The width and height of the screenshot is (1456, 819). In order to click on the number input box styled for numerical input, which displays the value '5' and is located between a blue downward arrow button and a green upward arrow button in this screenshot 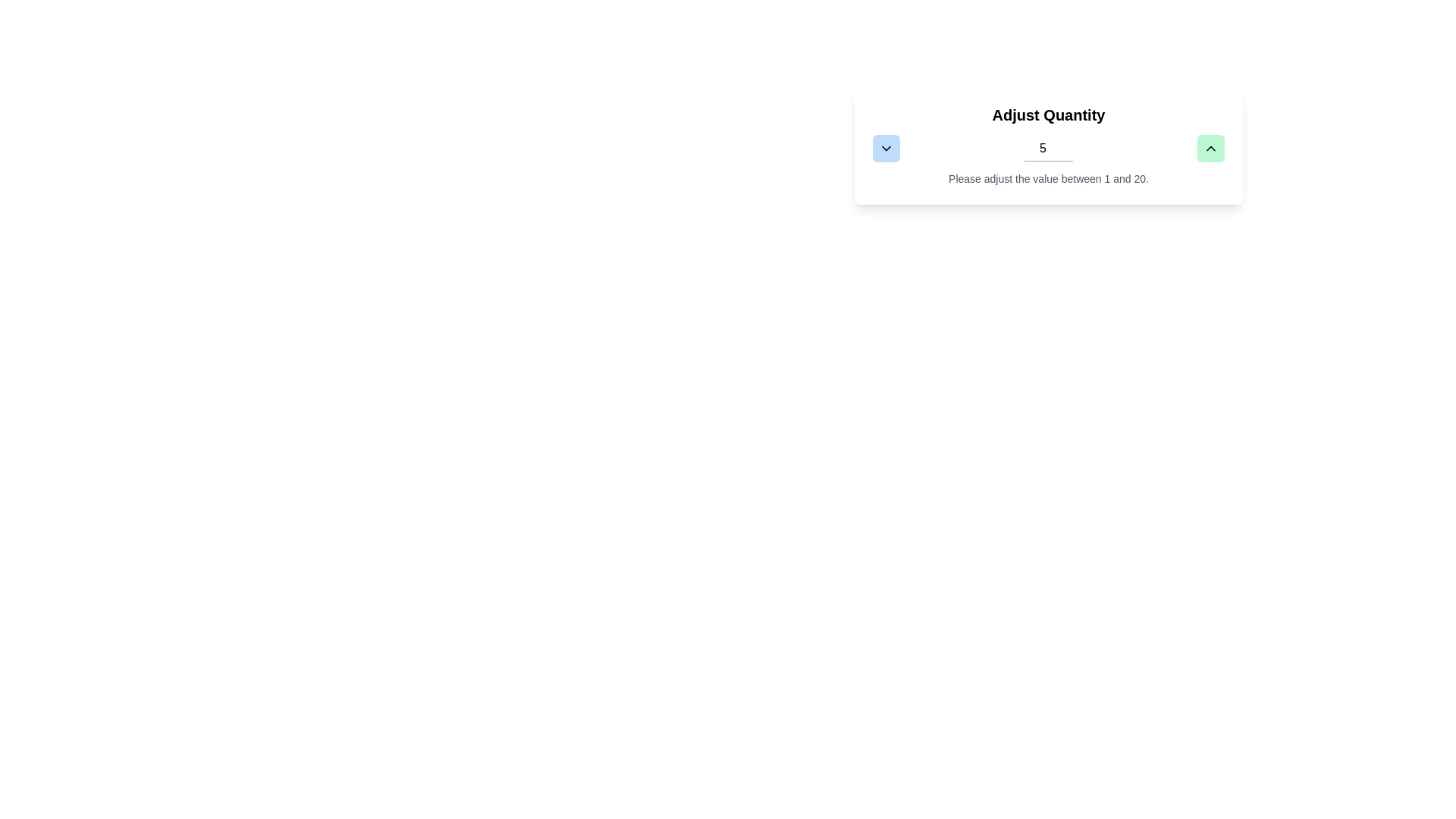, I will do `click(1047, 149)`.